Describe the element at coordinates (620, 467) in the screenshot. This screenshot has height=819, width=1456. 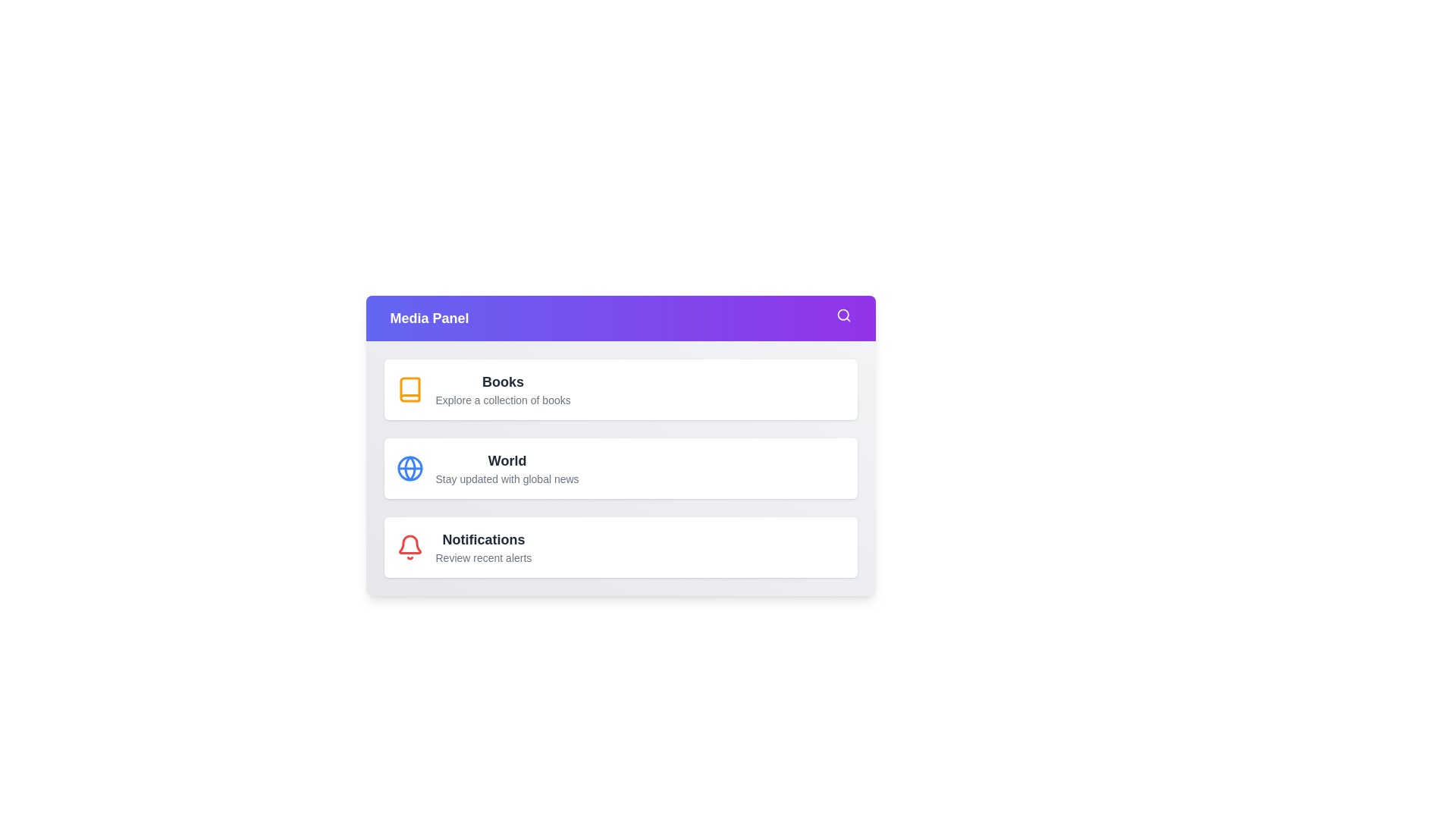
I see `the menu item World by clicking on it` at that location.